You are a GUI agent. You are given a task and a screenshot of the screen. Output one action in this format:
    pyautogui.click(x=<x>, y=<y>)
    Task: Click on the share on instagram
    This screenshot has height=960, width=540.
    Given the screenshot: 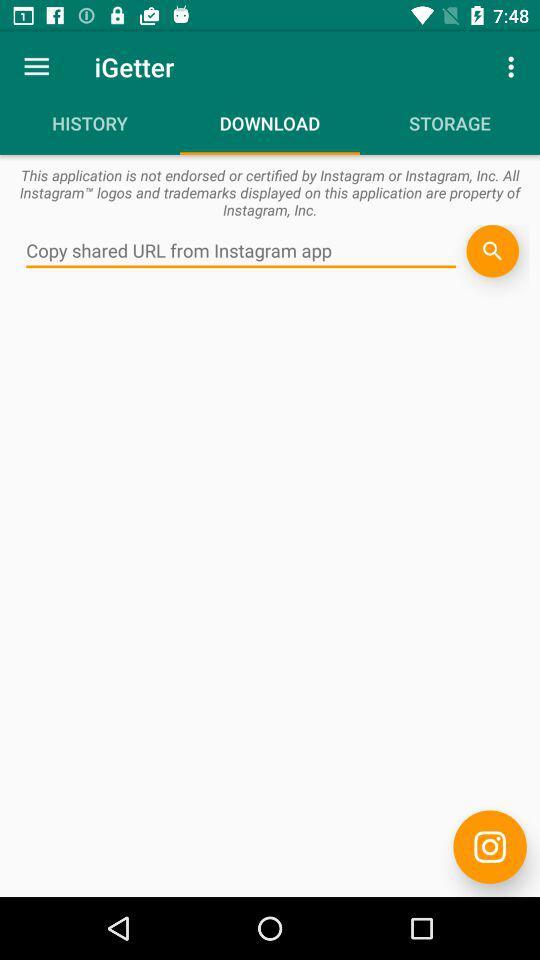 What is the action you would take?
    pyautogui.click(x=489, y=846)
    